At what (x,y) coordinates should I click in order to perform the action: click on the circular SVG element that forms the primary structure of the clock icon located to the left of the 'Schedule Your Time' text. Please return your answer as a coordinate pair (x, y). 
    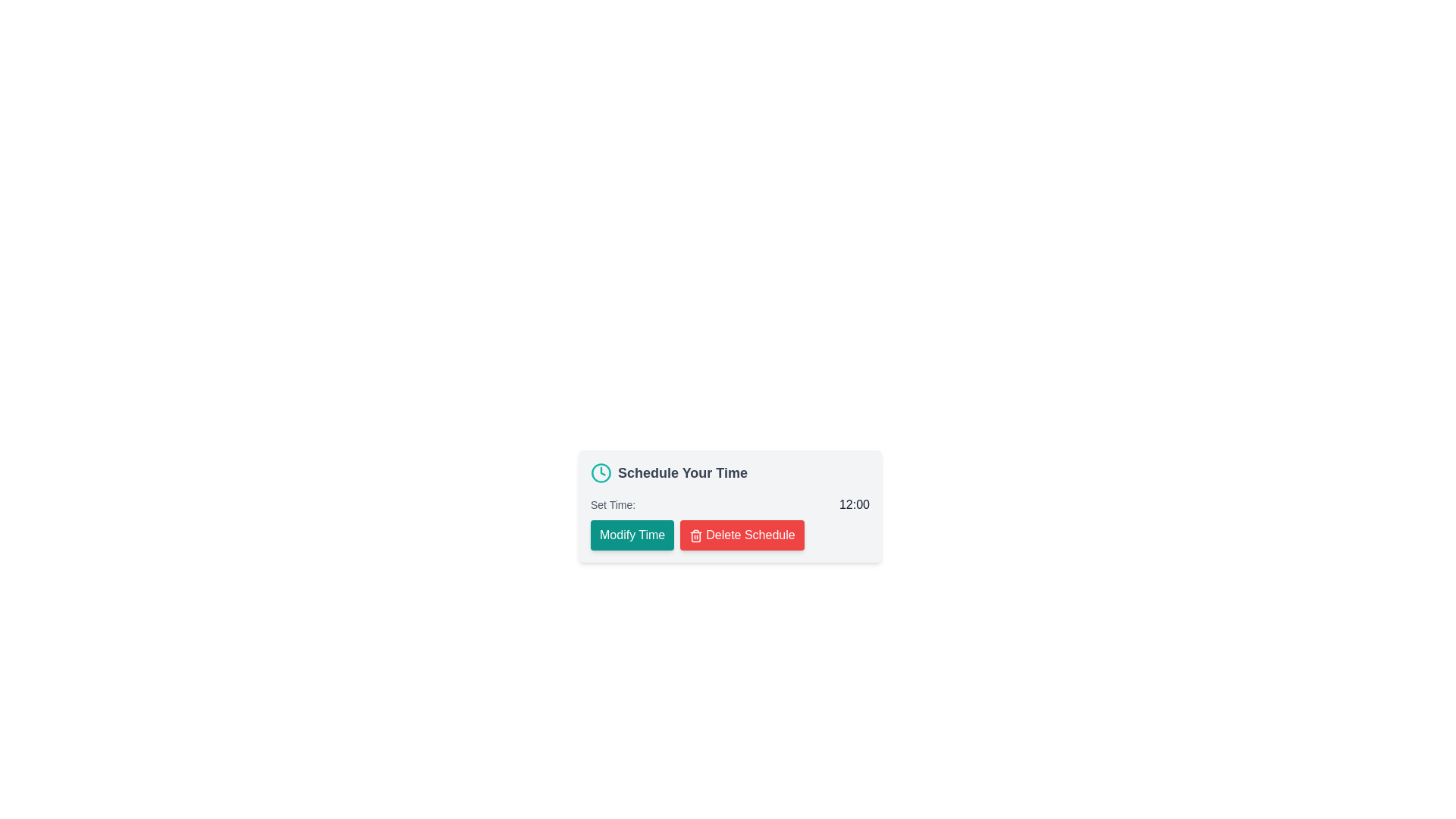
    Looking at the image, I should click on (600, 472).